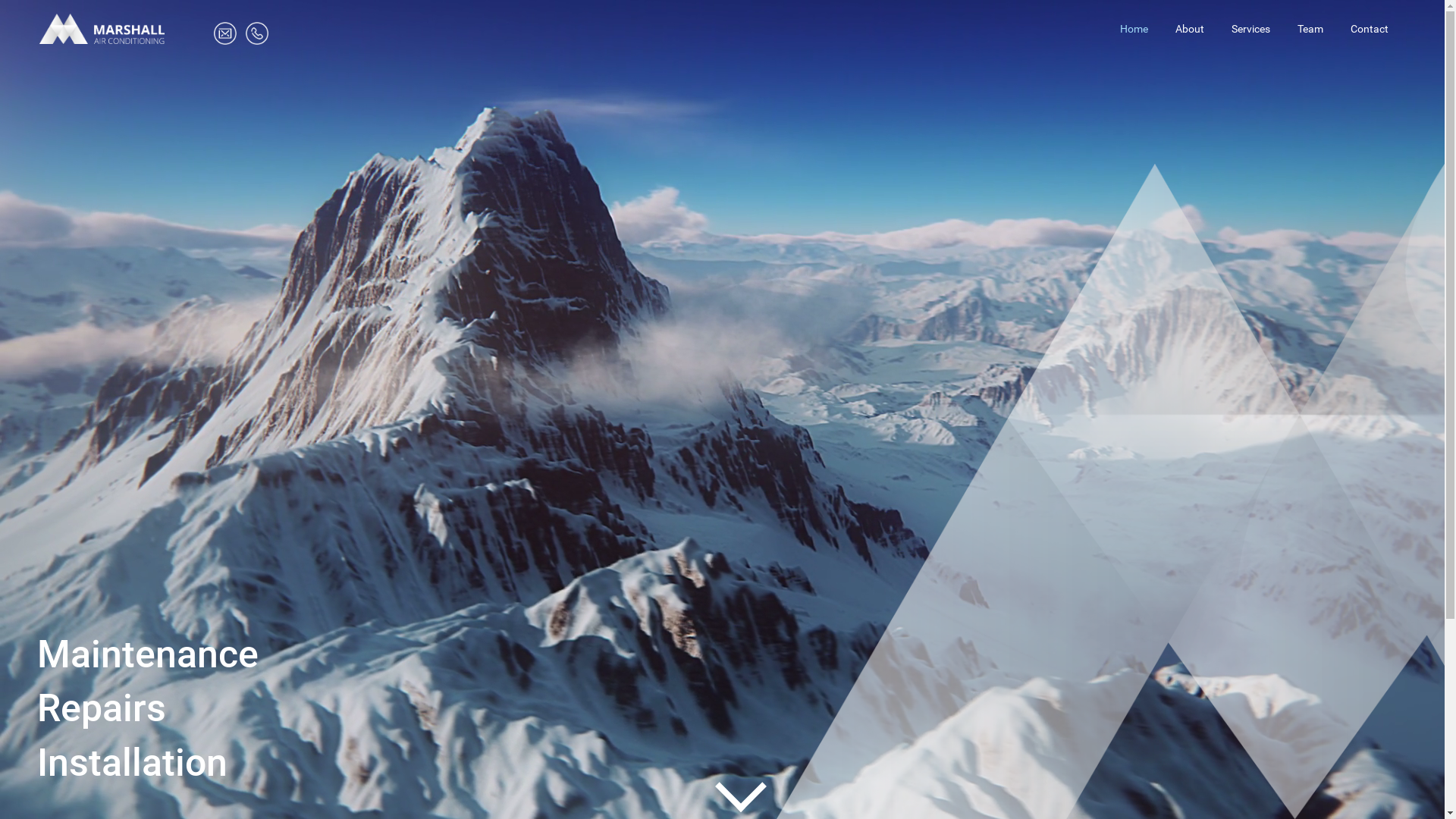 This screenshot has height=819, width=1456. What do you see at coordinates (1134, 29) in the screenshot?
I see `'Home'` at bounding box center [1134, 29].